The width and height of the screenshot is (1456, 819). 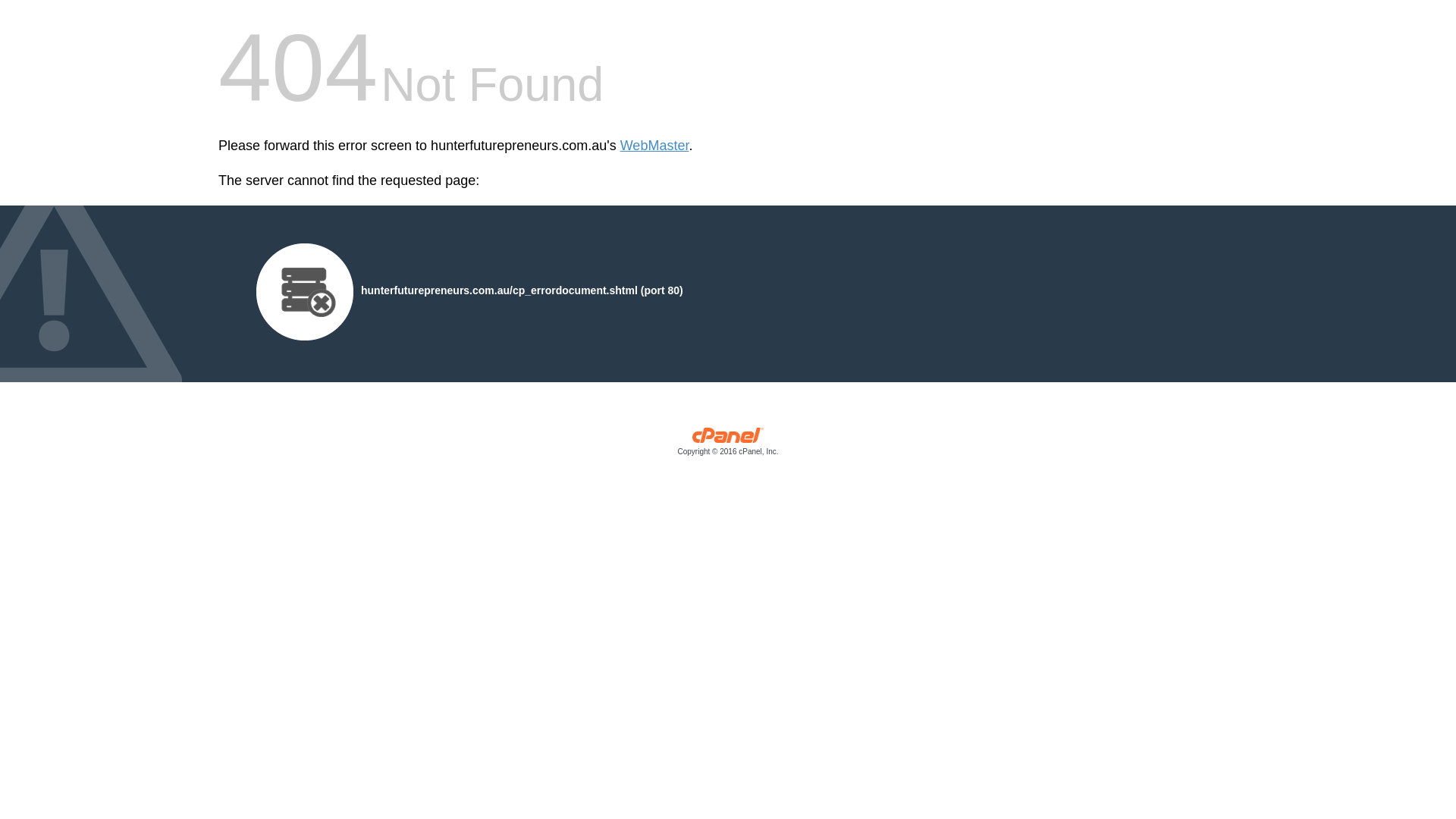 I want to click on 'WebMaster', so click(x=654, y=146).